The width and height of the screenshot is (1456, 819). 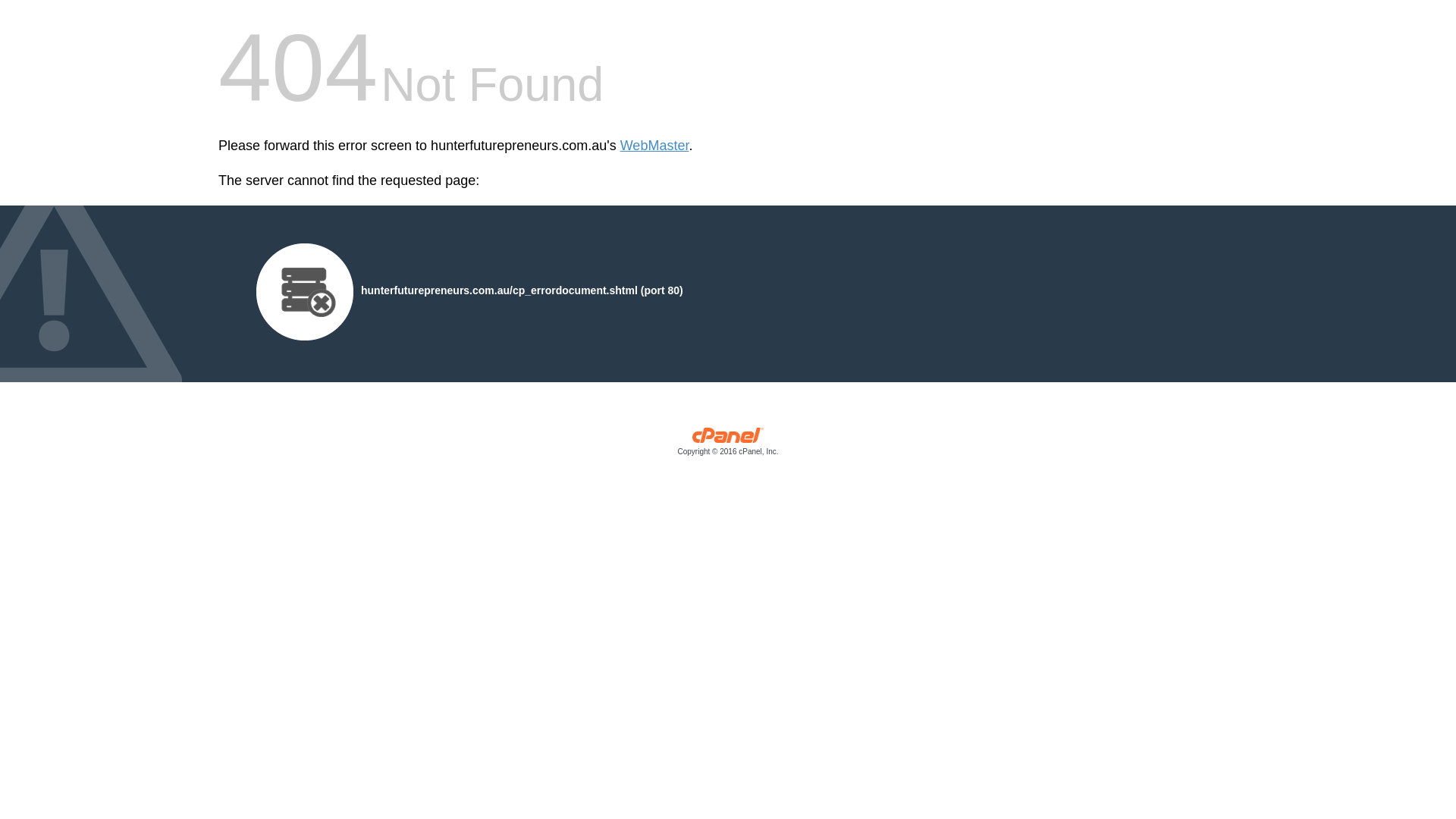 I want to click on 'WebMaster', so click(x=654, y=146).